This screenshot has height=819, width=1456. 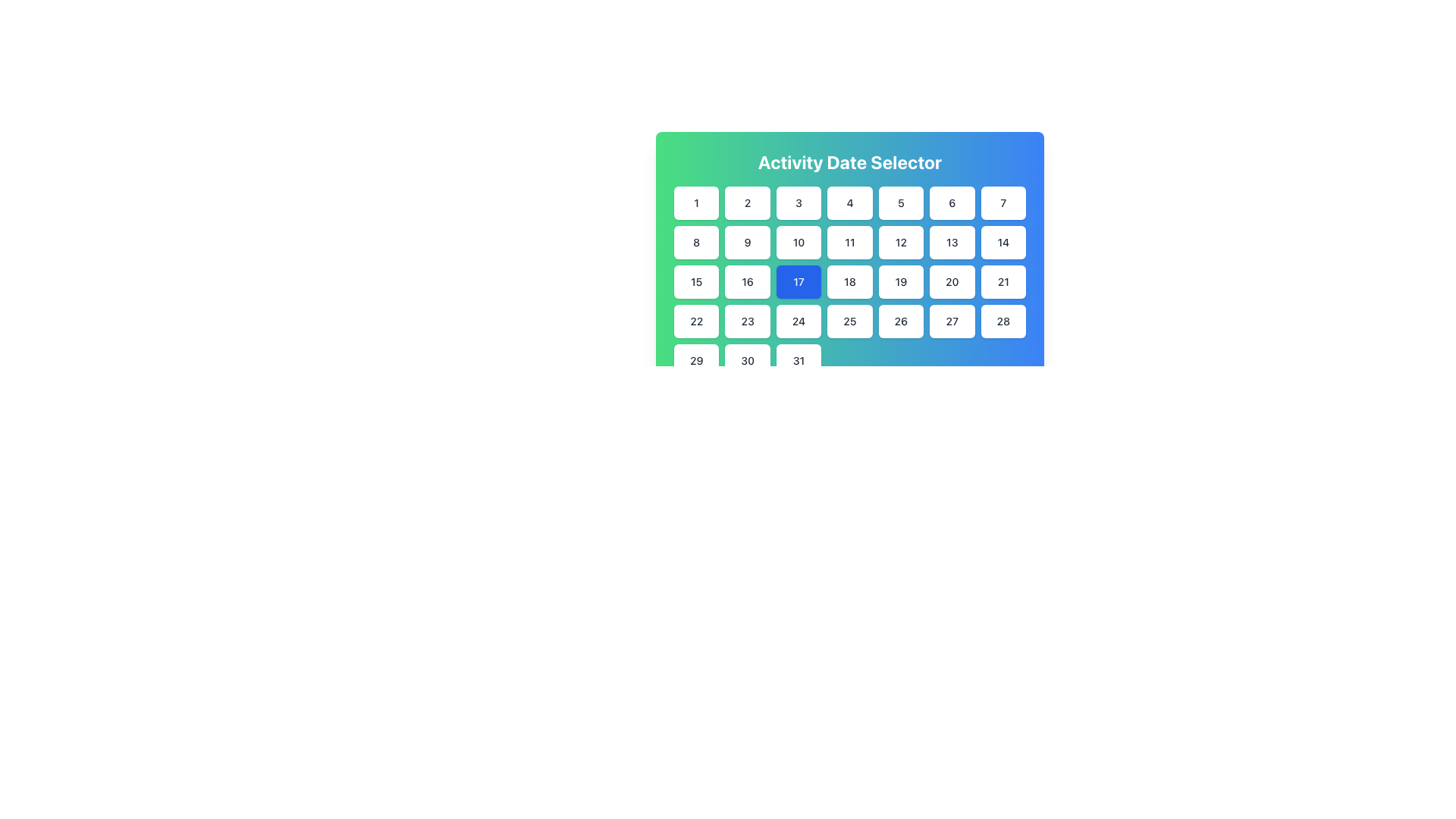 I want to click on the button displaying the number '14', which has a white background and gray text, so click(x=1003, y=242).